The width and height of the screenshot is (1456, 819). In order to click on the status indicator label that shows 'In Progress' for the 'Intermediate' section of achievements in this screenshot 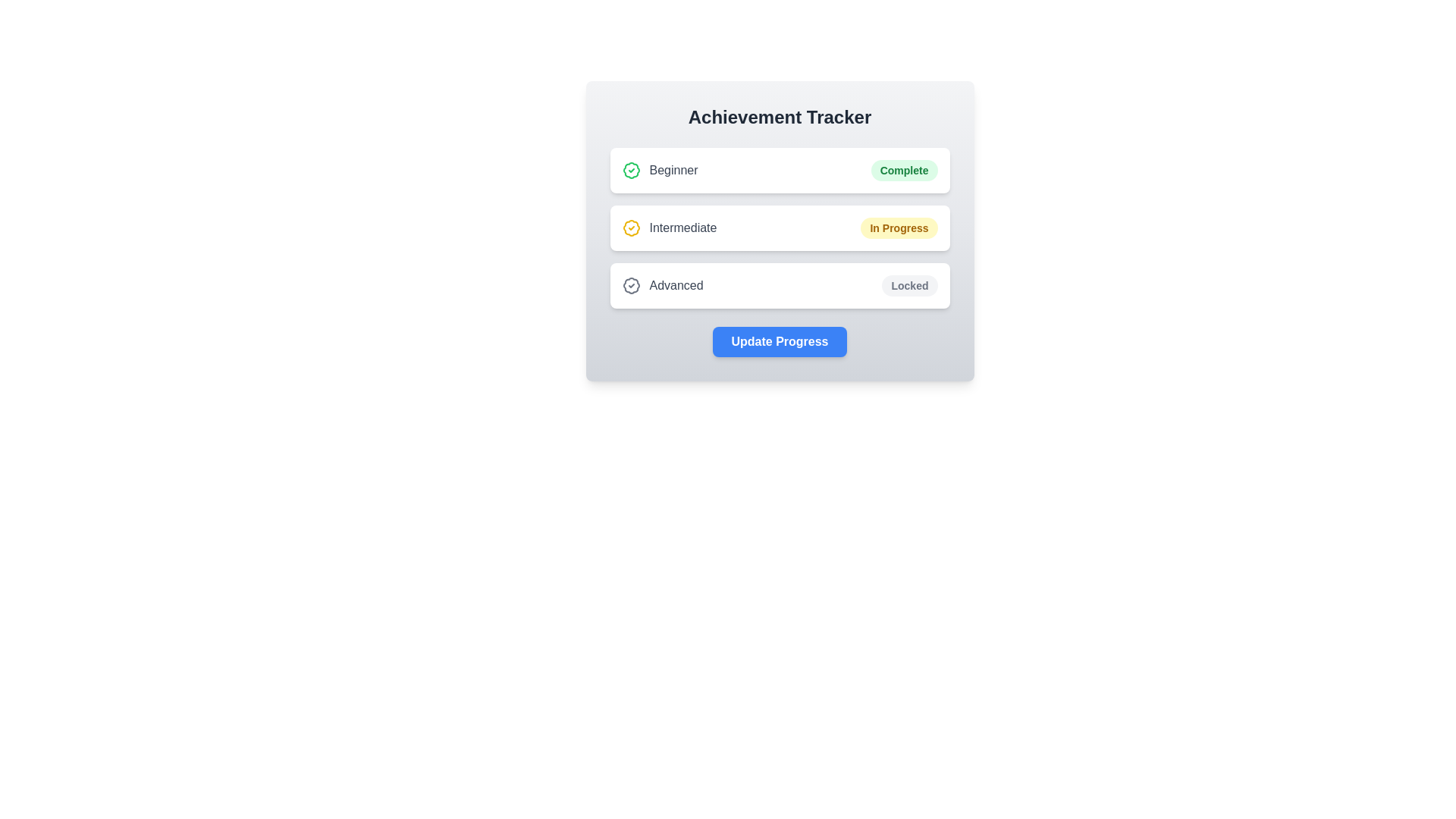, I will do `click(899, 227)`.